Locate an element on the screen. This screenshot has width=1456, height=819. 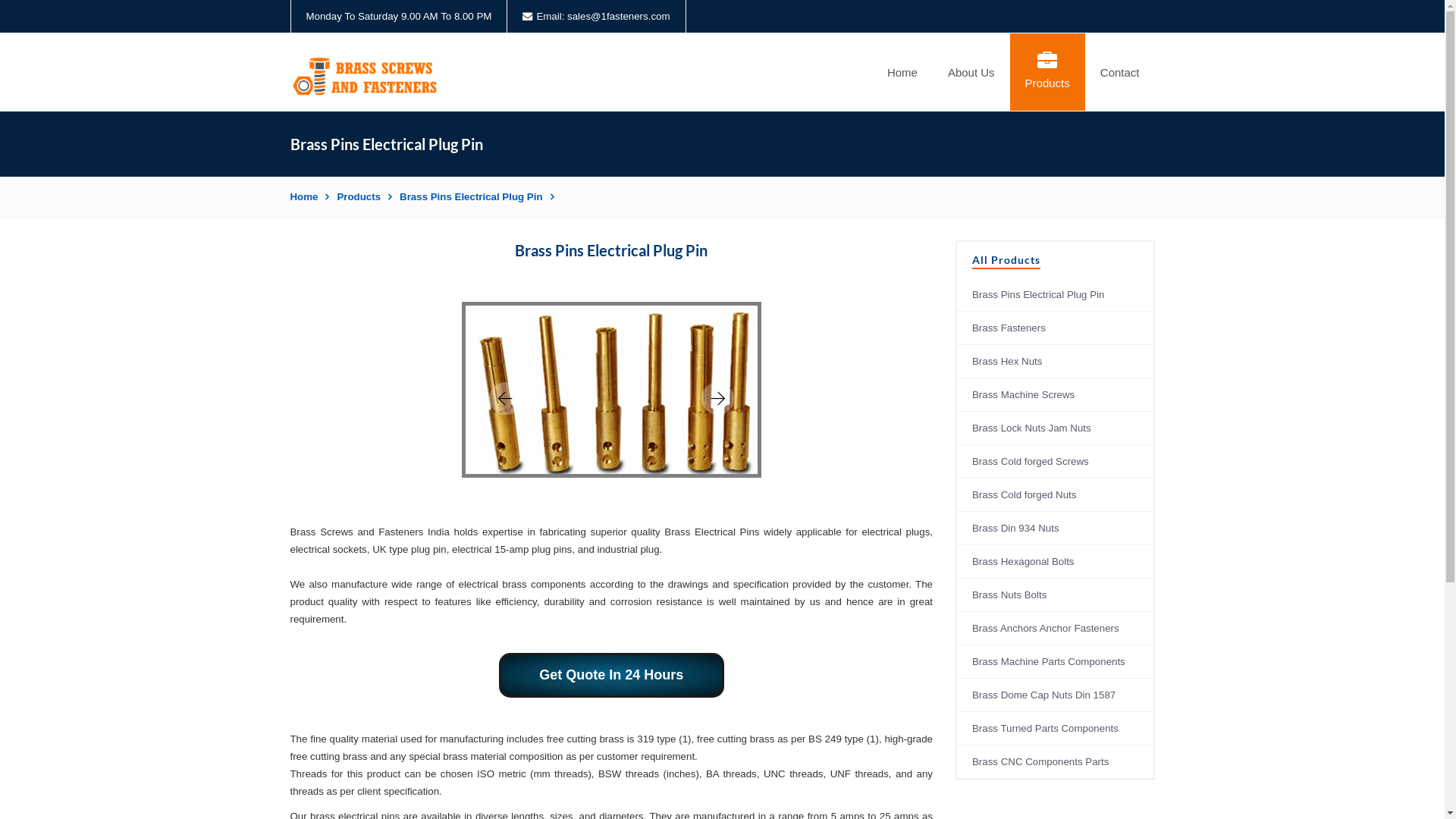
'Brass Pins Electrical Plug Pin' is located at coordinates (475, 196).